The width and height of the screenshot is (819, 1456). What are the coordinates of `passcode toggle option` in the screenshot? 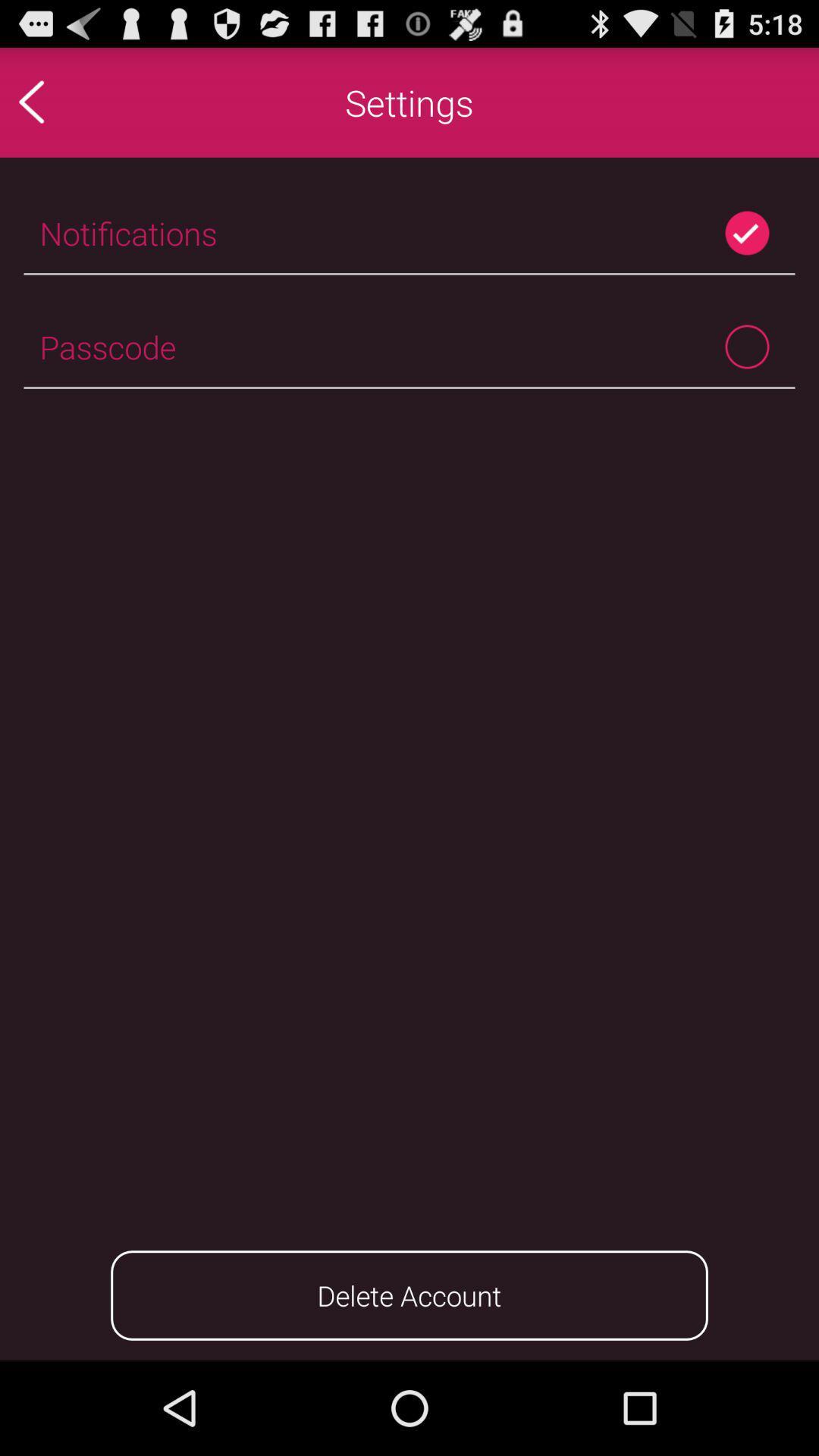 It's located at (746, 346).